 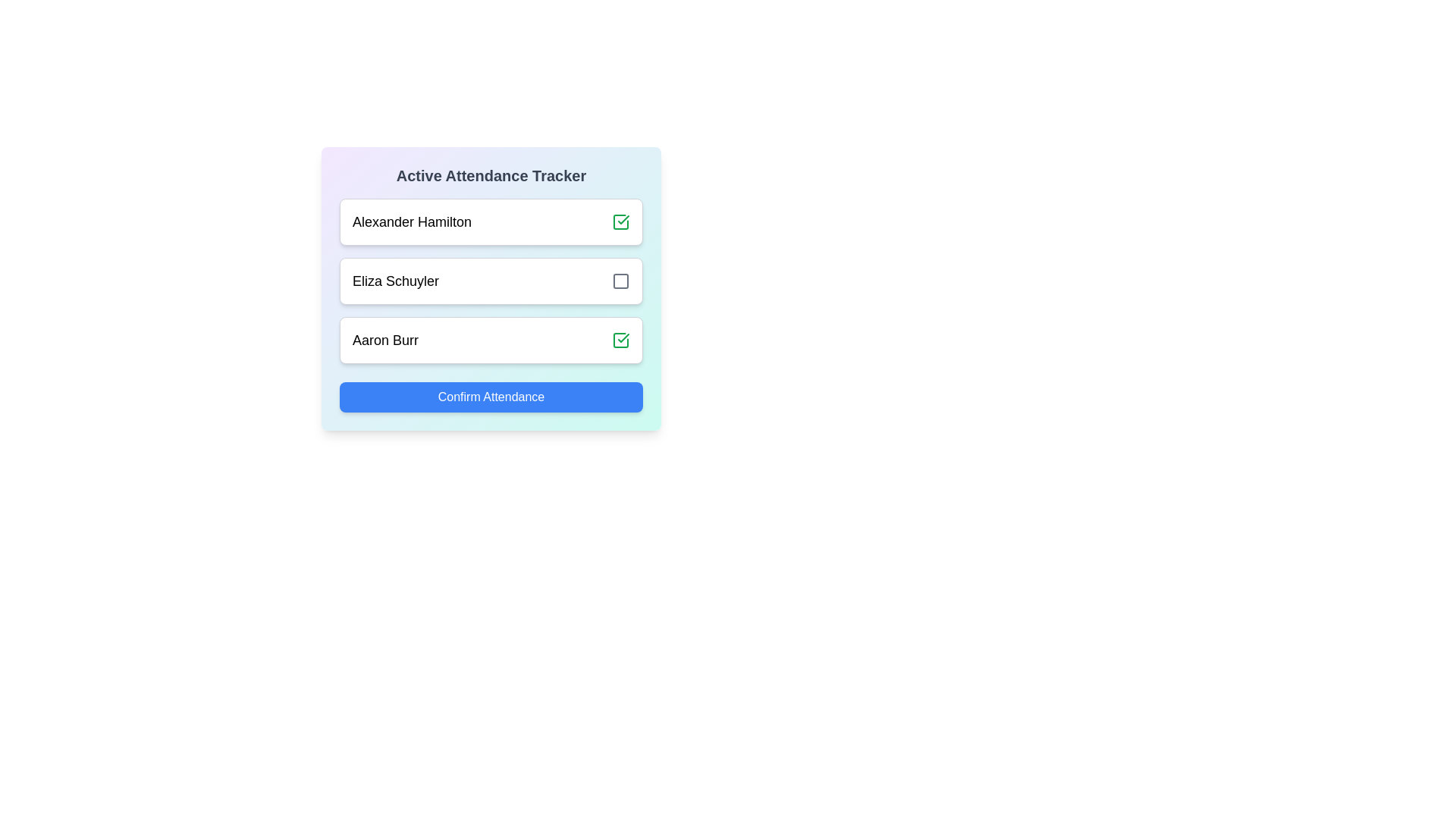 What do you see at coordinates (491, 397) in the screenshot?
I see `'Confirm Attendance' button` at bounding box center [491, 397].